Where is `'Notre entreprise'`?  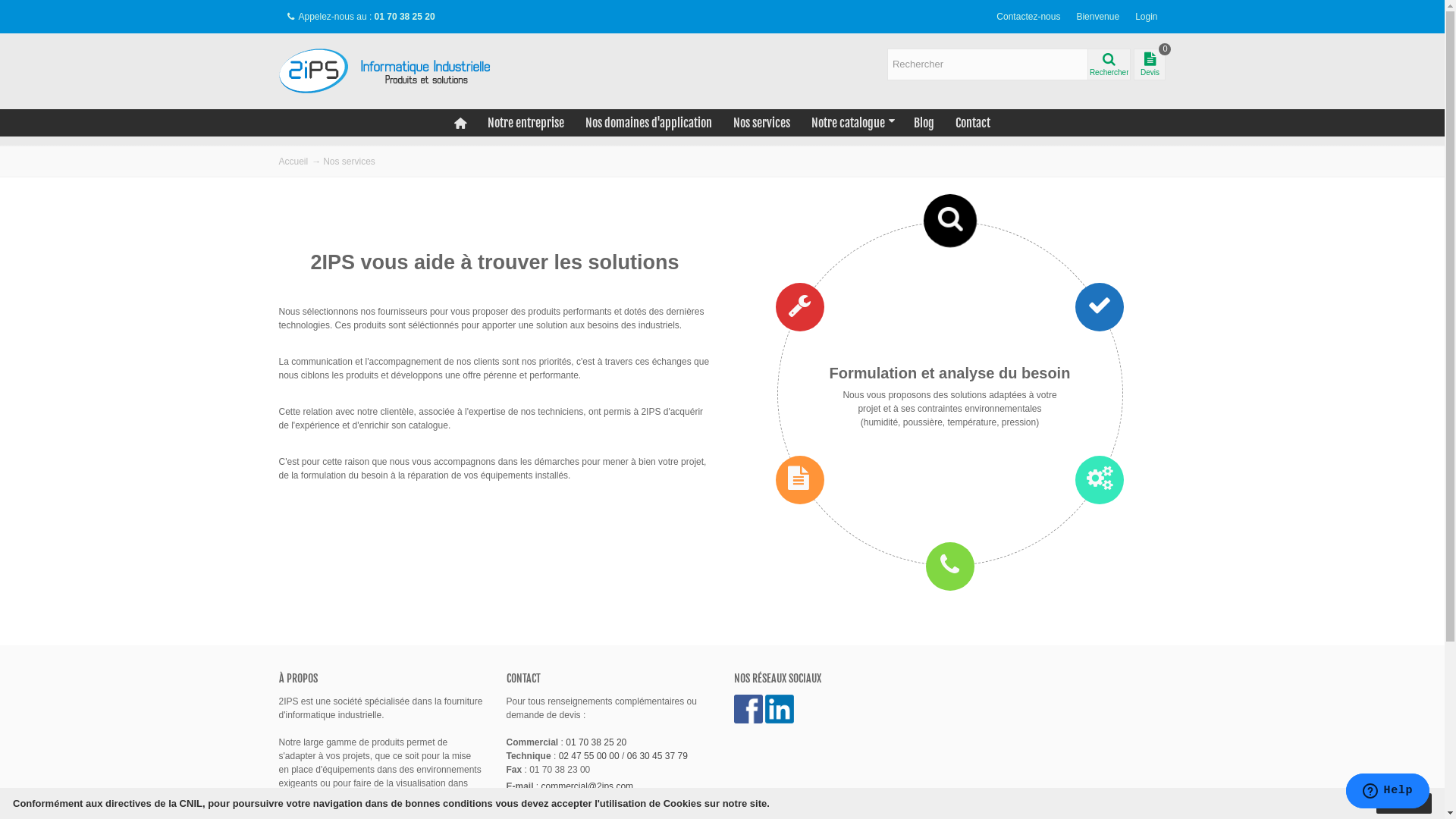
'Notre entreprise' is located at coordinates (526, 122).